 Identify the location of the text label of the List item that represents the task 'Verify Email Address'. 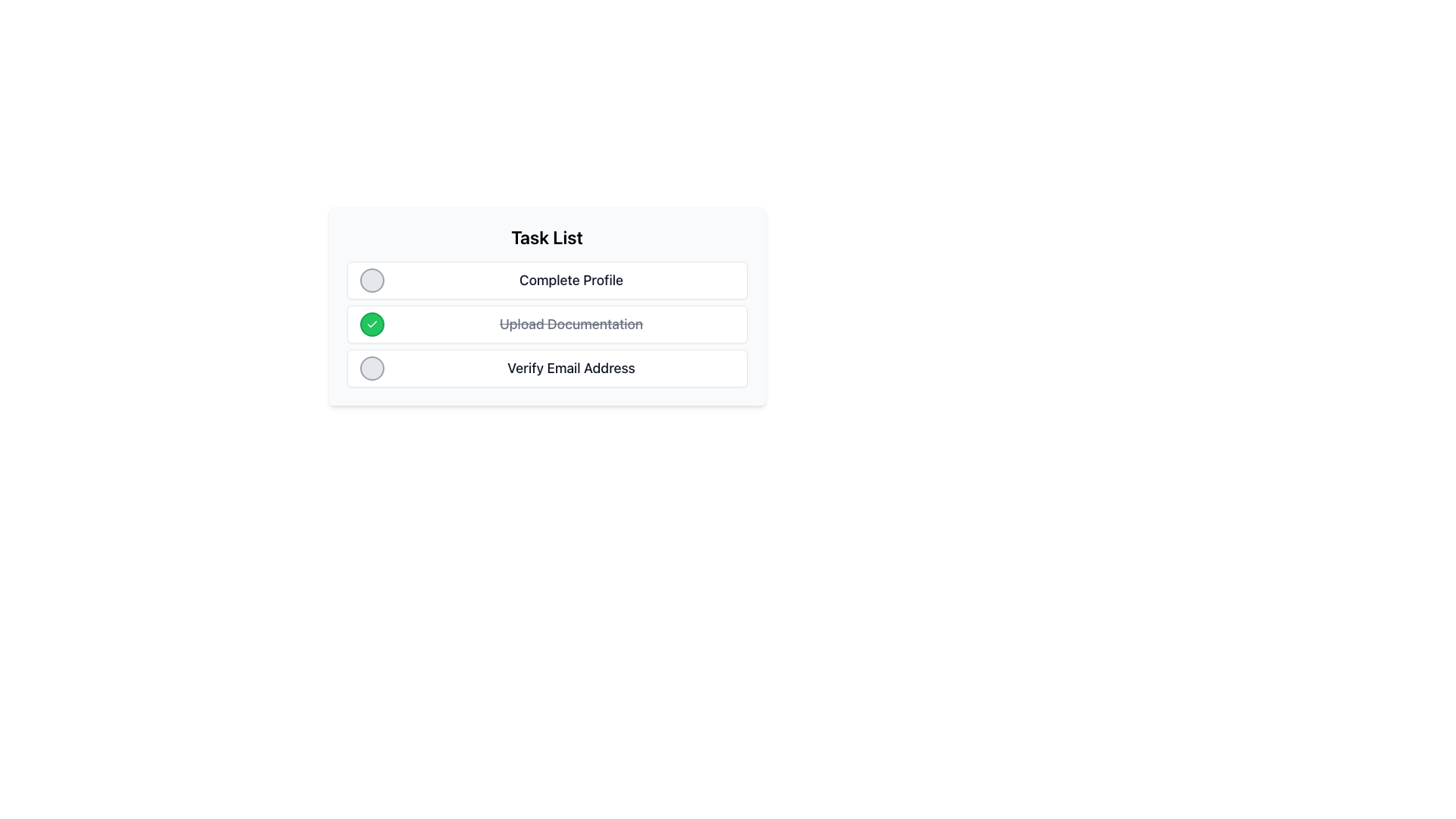
(546, 369).